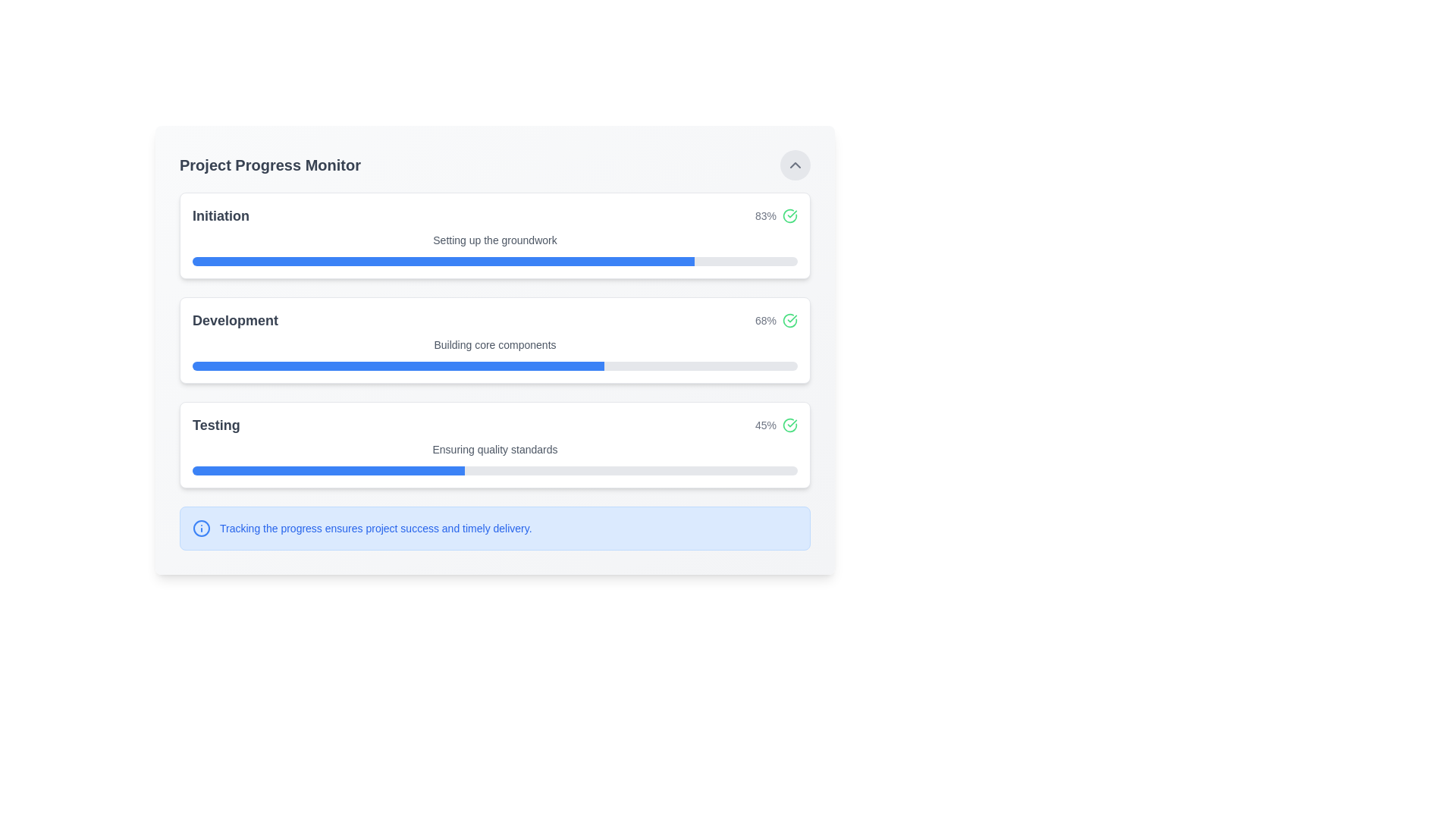  What do you see at coordinates (494, 260) in the screenshot?
I see `the completion percentage of the progress bar located in the 'Initiation' section of the 'Project Progress Monitor' interface, specifically the one beneath the text 'Setting up the groundwork.'` at bounding box center [494, 260].